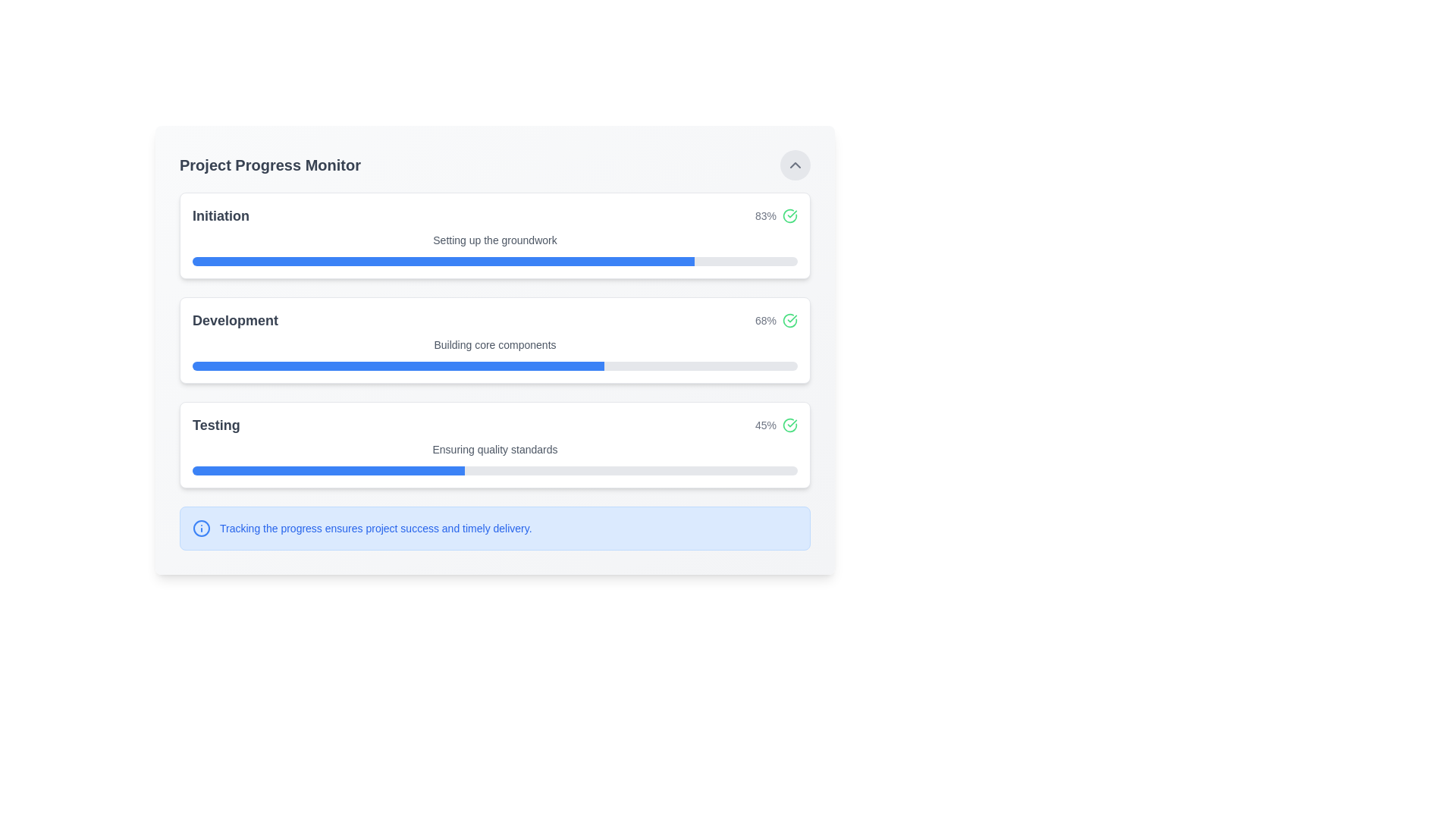  What do you see at coordinates (494, 260) in the screenshot?
I see `the completion percentage of the progress bar located in the 'Initiation' section of the 'Project Progress Monitor' interface, specifically the one beneath the text 'Setting up the groundwork.'` at bounding box center [494, 260].